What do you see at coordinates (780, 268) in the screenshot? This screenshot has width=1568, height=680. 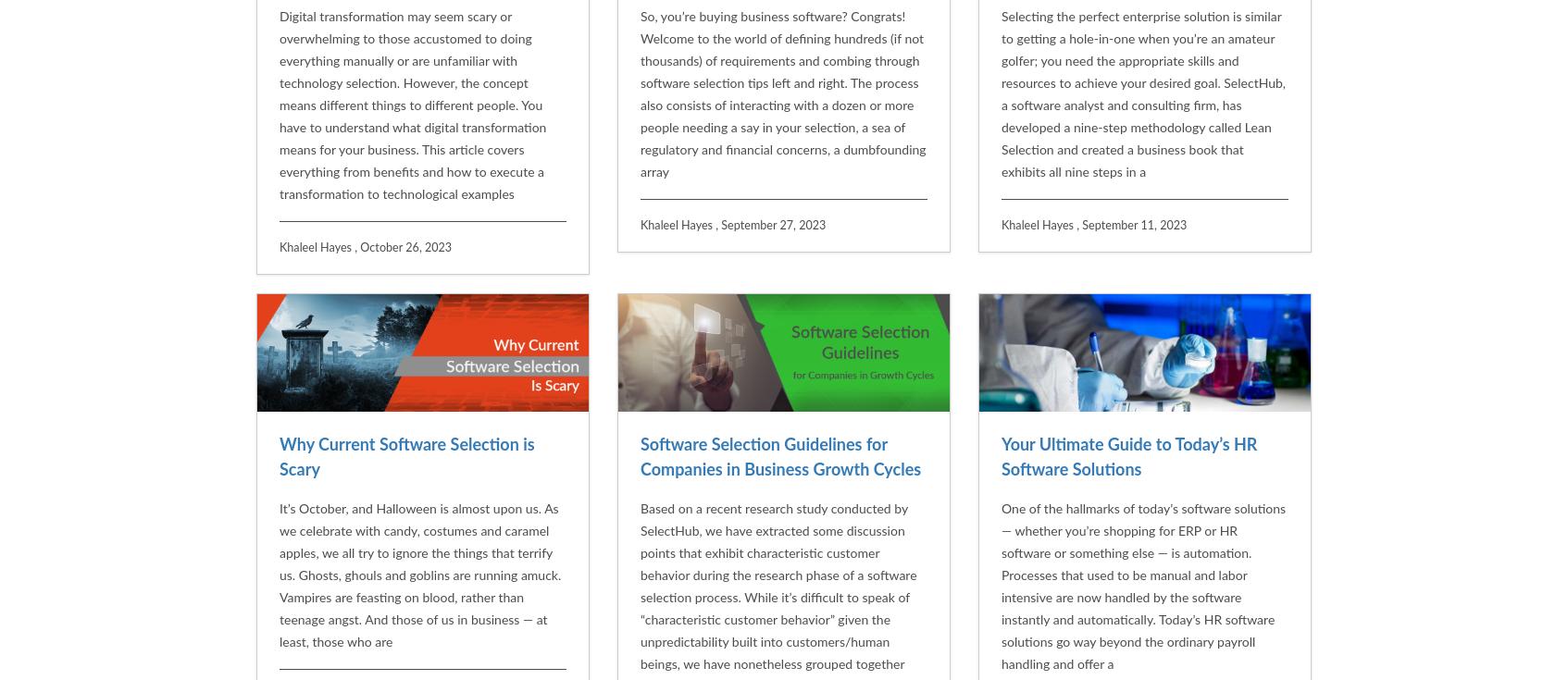 I see `'Software Selection Guidelines for Companies in Business Growth Cycles'` at bounding box center [780, 268].